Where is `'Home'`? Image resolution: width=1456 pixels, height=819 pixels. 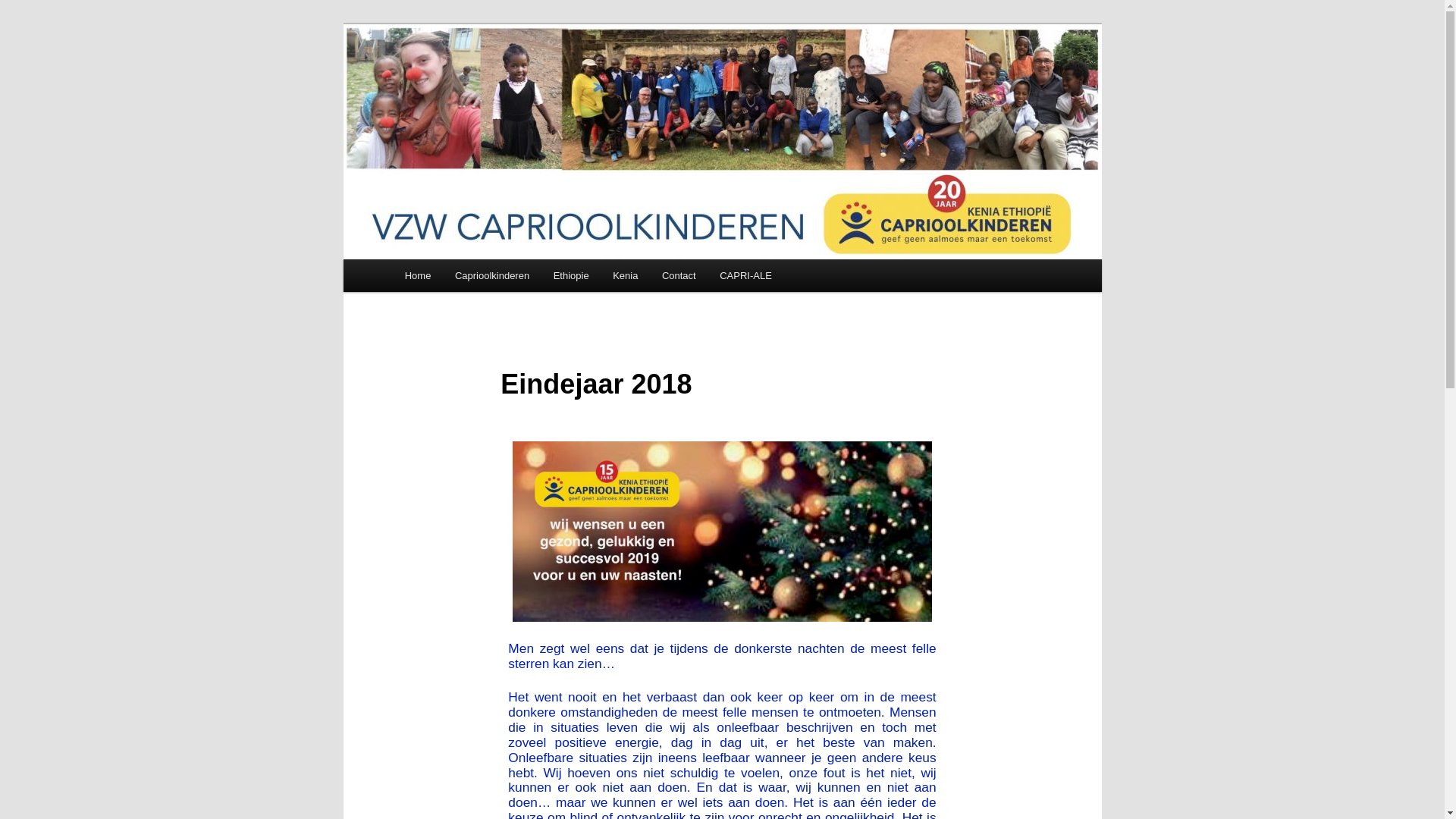 'Home' is located at coordinates (393, 275).